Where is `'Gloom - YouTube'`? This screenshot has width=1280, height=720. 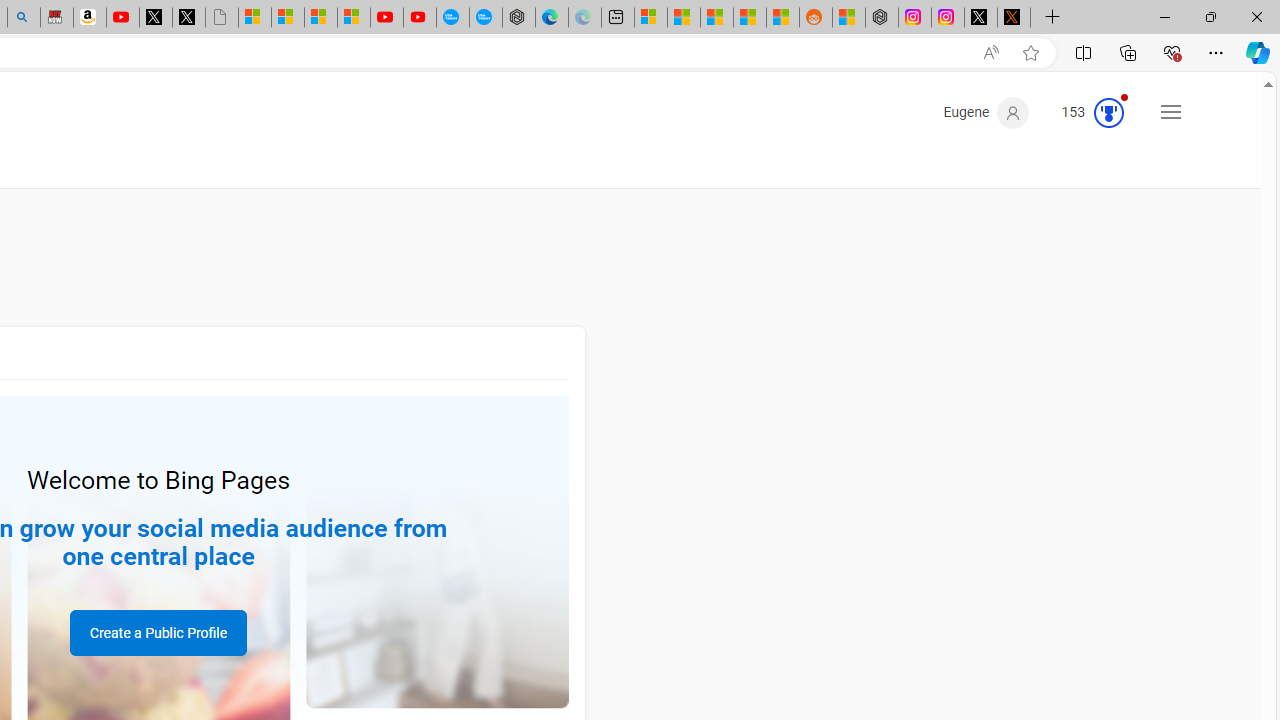
'Gloom - YouTube' is located at coordinates (387, 17).